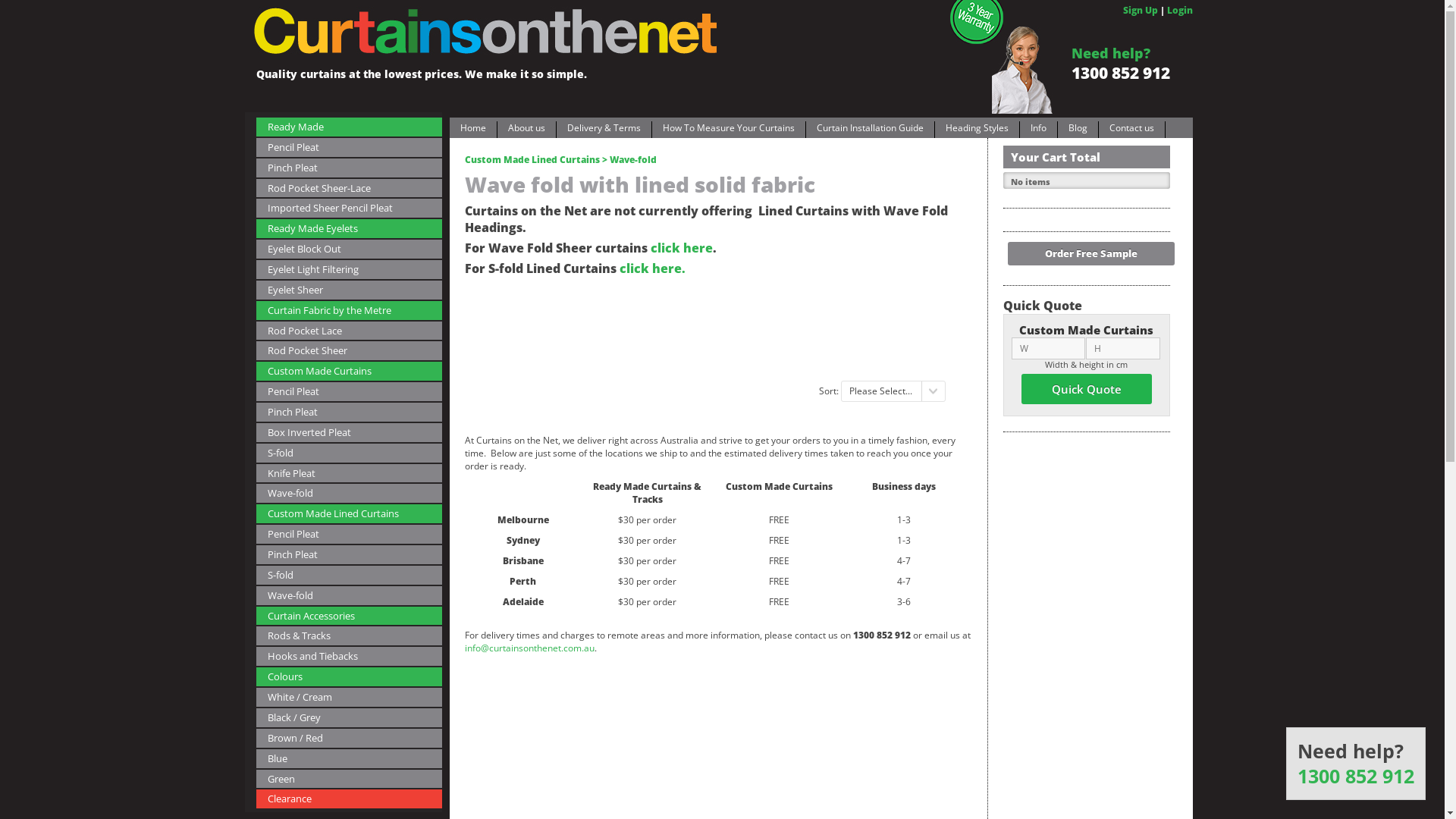  Describe the element at coordinates (1122, 10) in the screenshot. I see `'Sign Up'` at that location.